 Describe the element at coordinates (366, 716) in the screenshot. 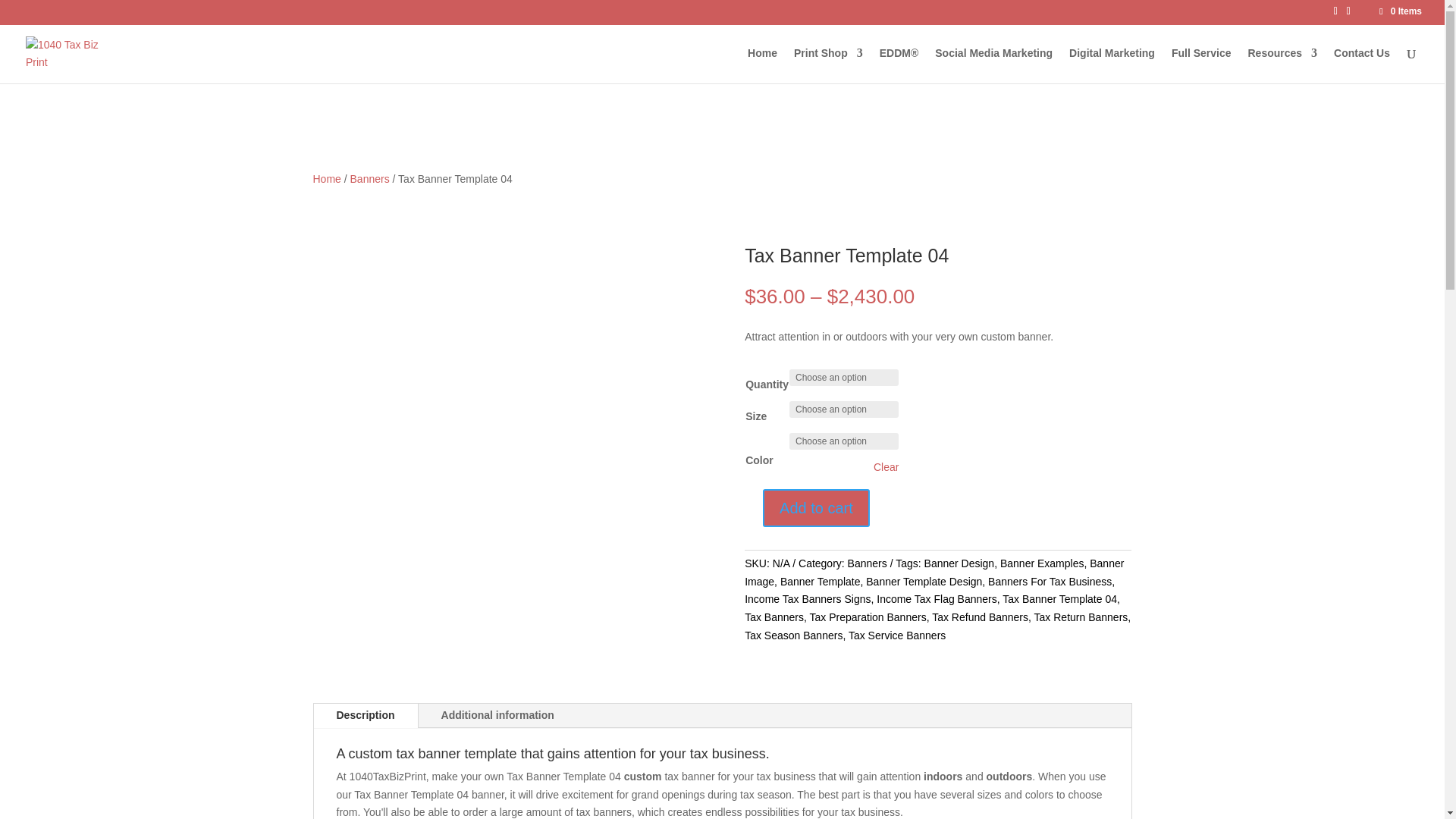

I see `'Description'` at that location.